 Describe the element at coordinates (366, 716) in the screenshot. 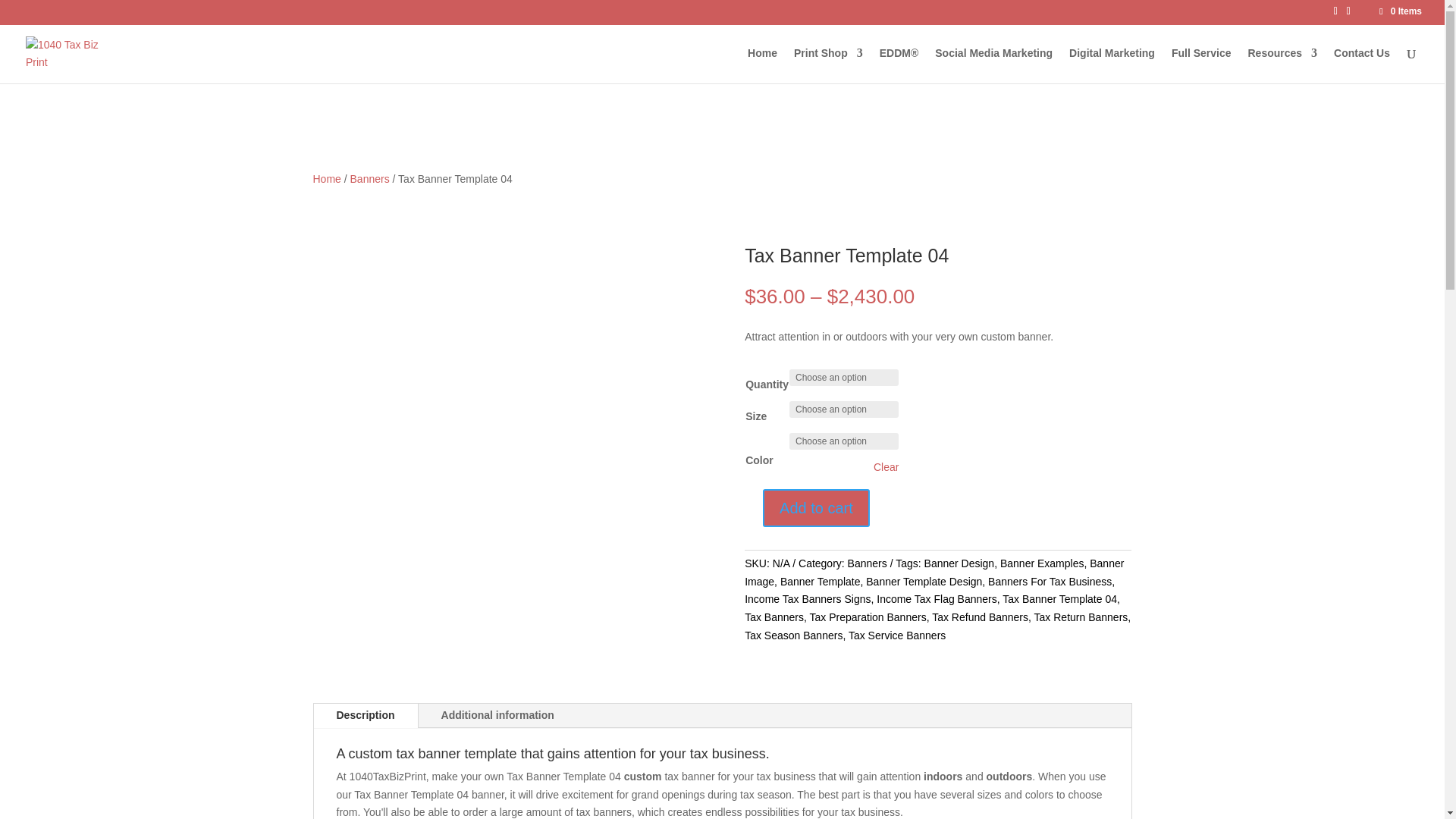

I see `'Description'` at that location.